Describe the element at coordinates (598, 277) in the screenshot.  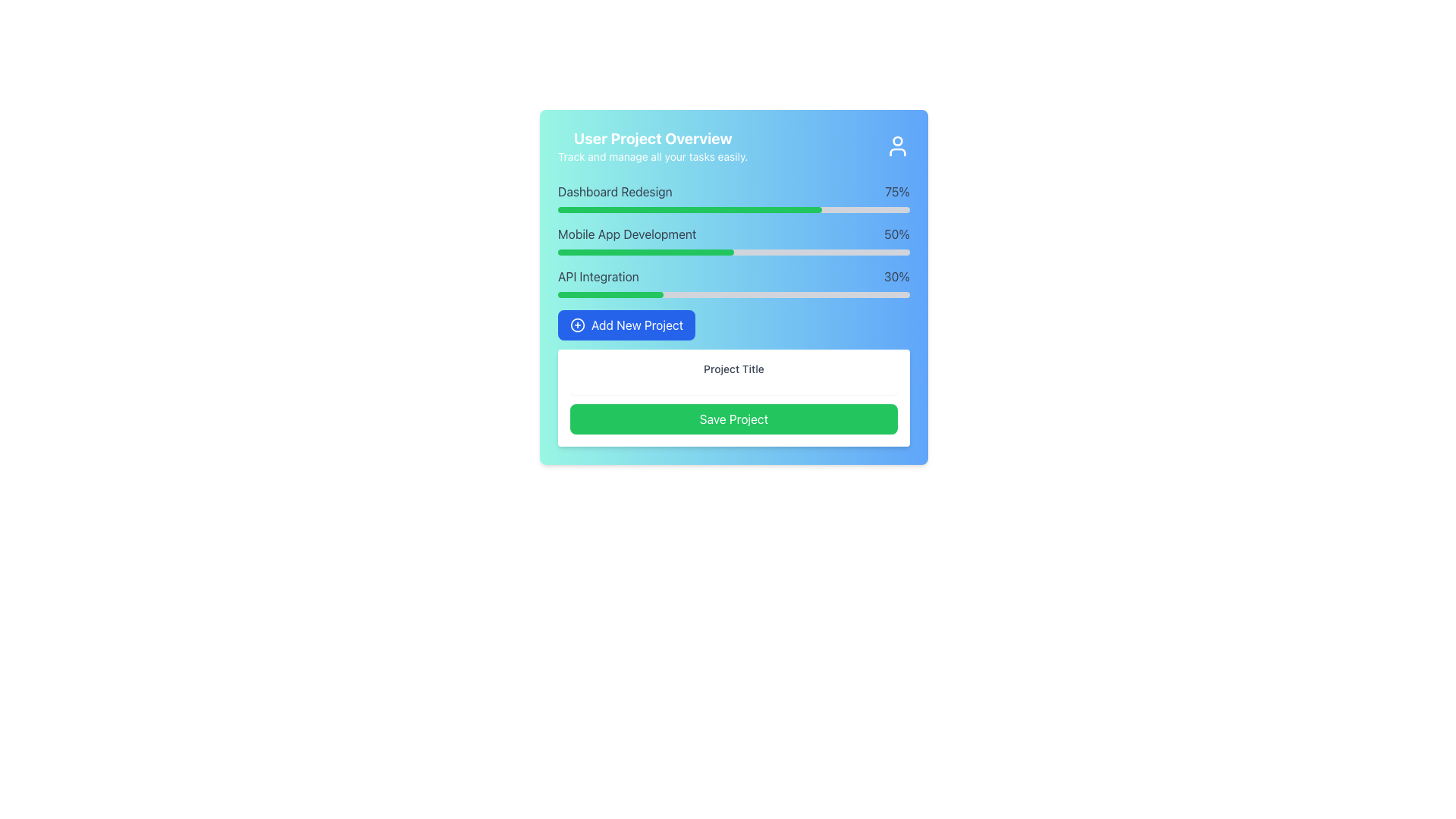
I see `the label describing the progress bar for 'API Integration', which is located in the third line of the progress overview section` at that location.